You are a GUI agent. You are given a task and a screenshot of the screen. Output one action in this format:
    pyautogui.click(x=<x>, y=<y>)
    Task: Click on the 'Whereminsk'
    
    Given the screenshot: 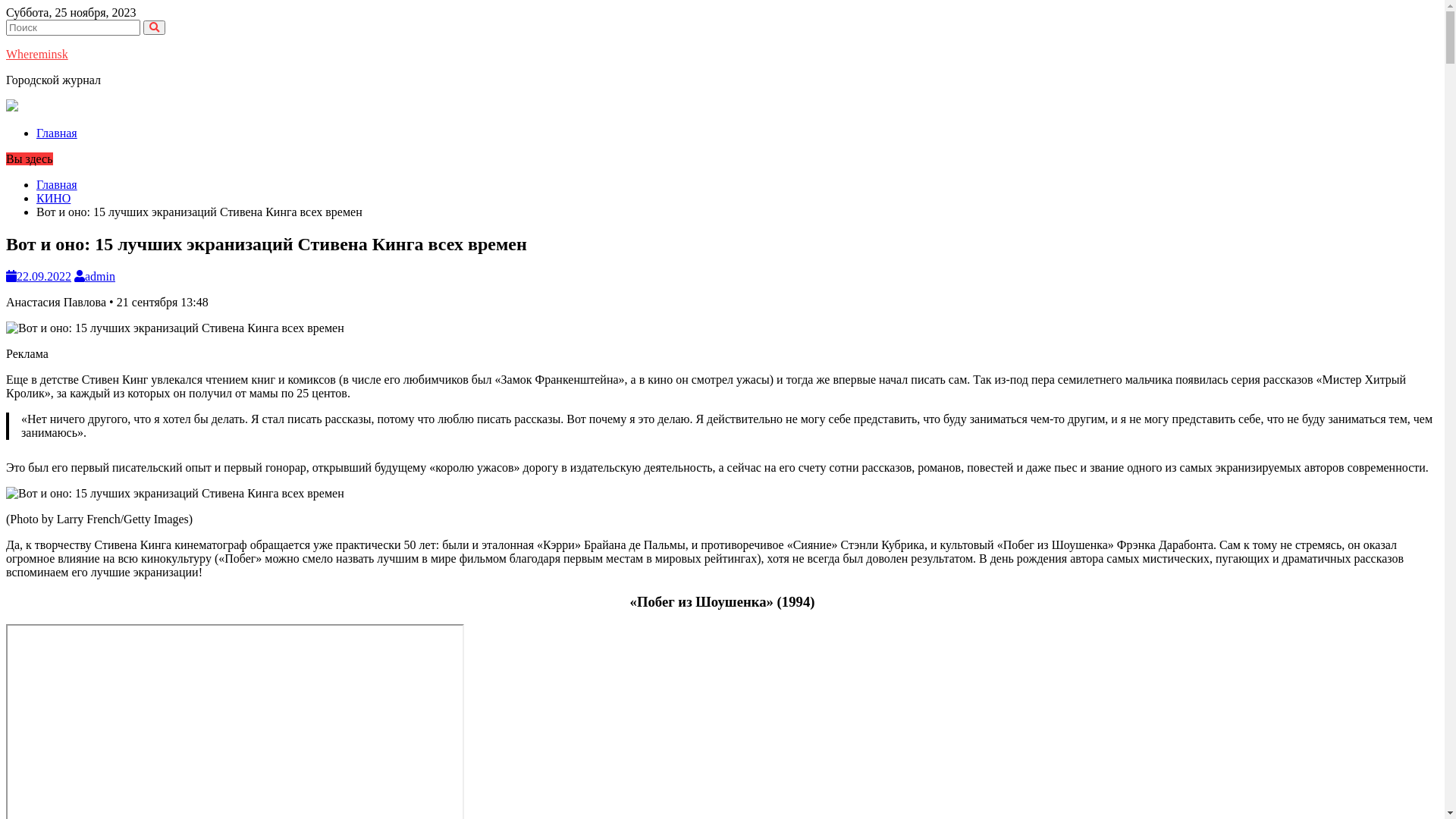 What is the action you would take?
    pyautogui.click(x=36, y=53)
    